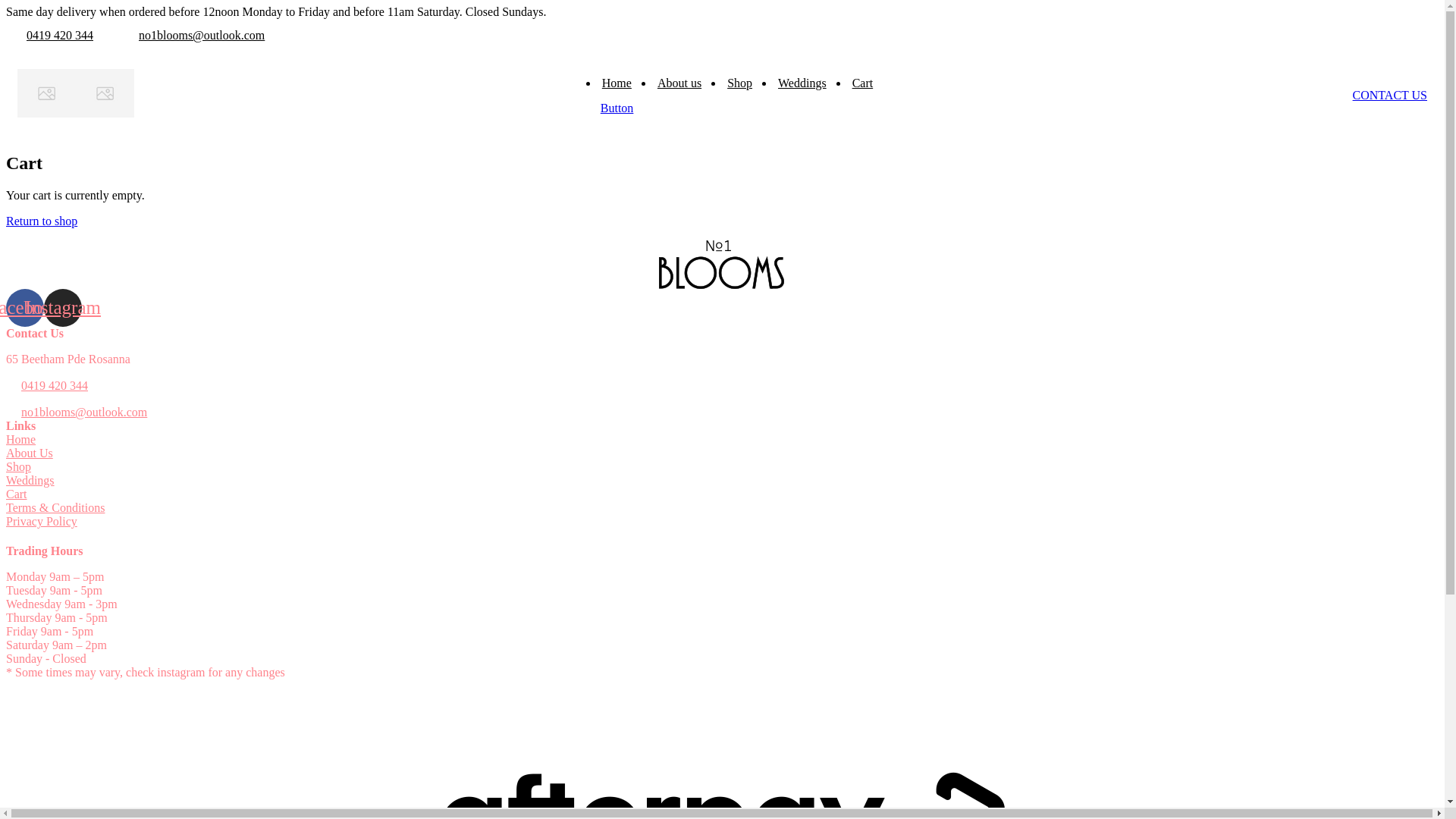 This screenshot has height=819, width=1456. What do you see at coordinates (18, 466) in the screenshot?
I see `'Shop'` at bounding box center [18, 466].